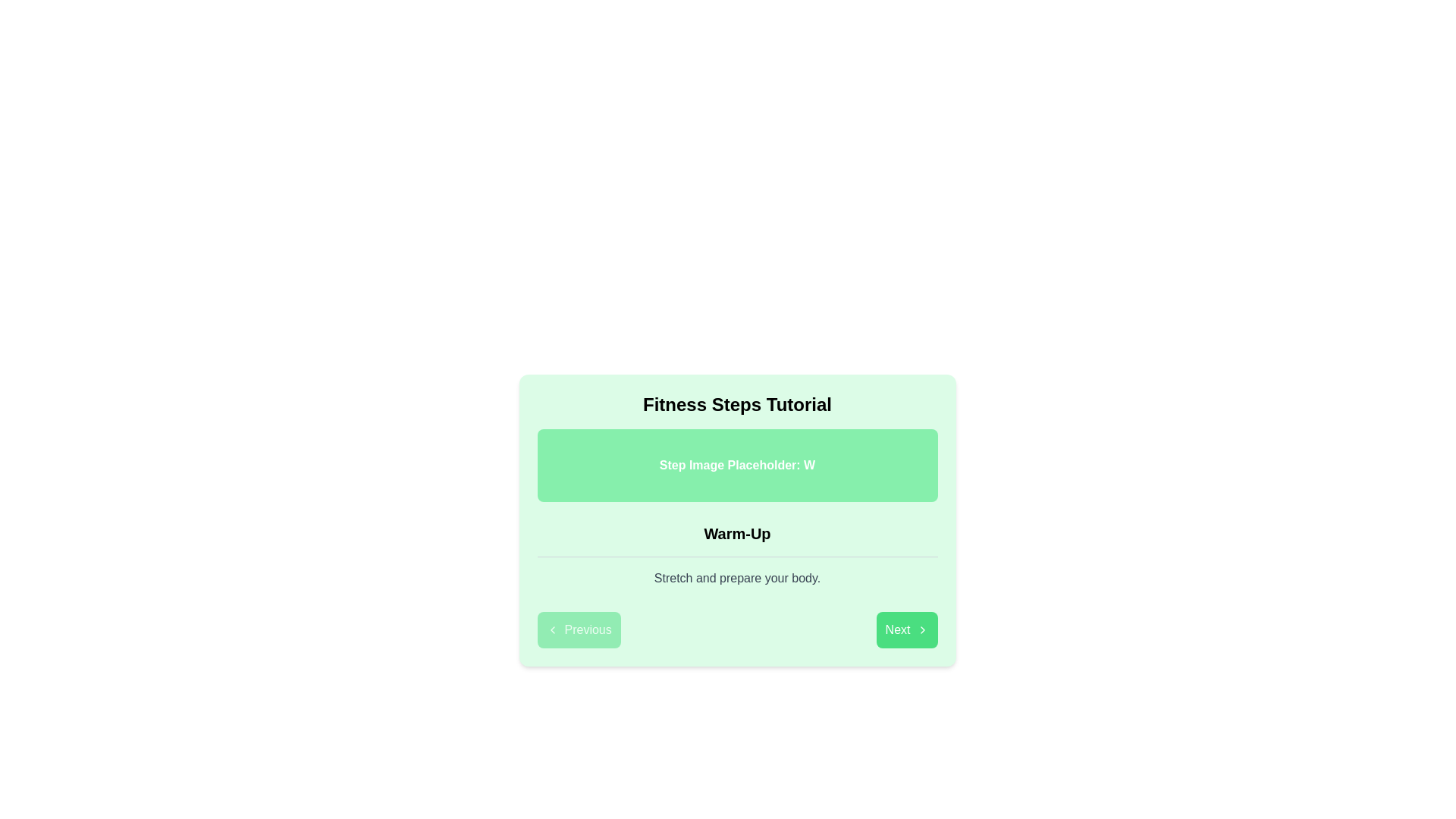  I want to click on the right-pointing chevron icon outlined in black on a green background, which is part of the 'Next' button located at the bottom right of the interface, so click(921, 629).